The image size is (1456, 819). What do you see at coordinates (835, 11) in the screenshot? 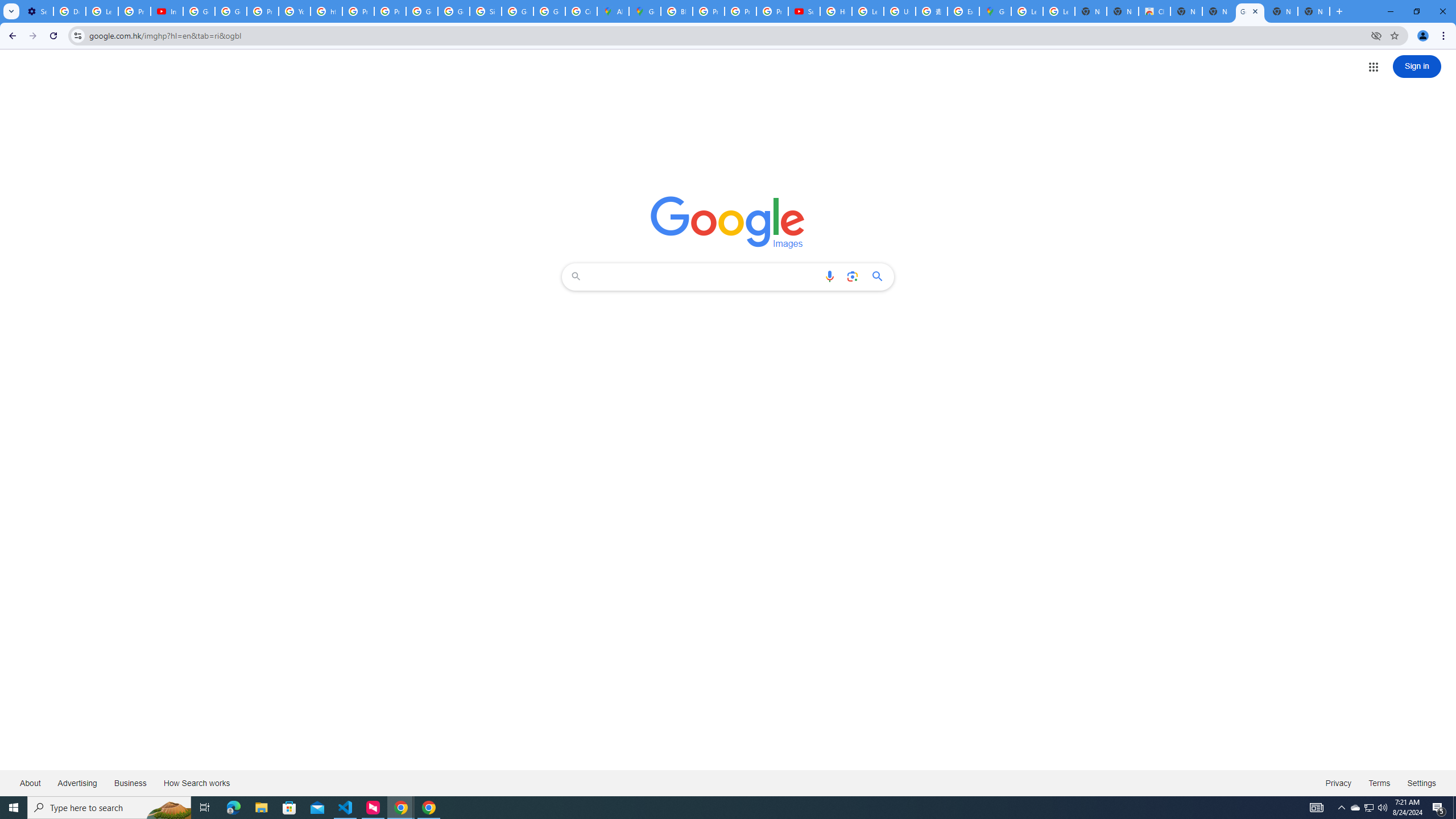
I see `'How Chrome protects your passwords - Google Chrome Help'` at bounding box center [835, 11].